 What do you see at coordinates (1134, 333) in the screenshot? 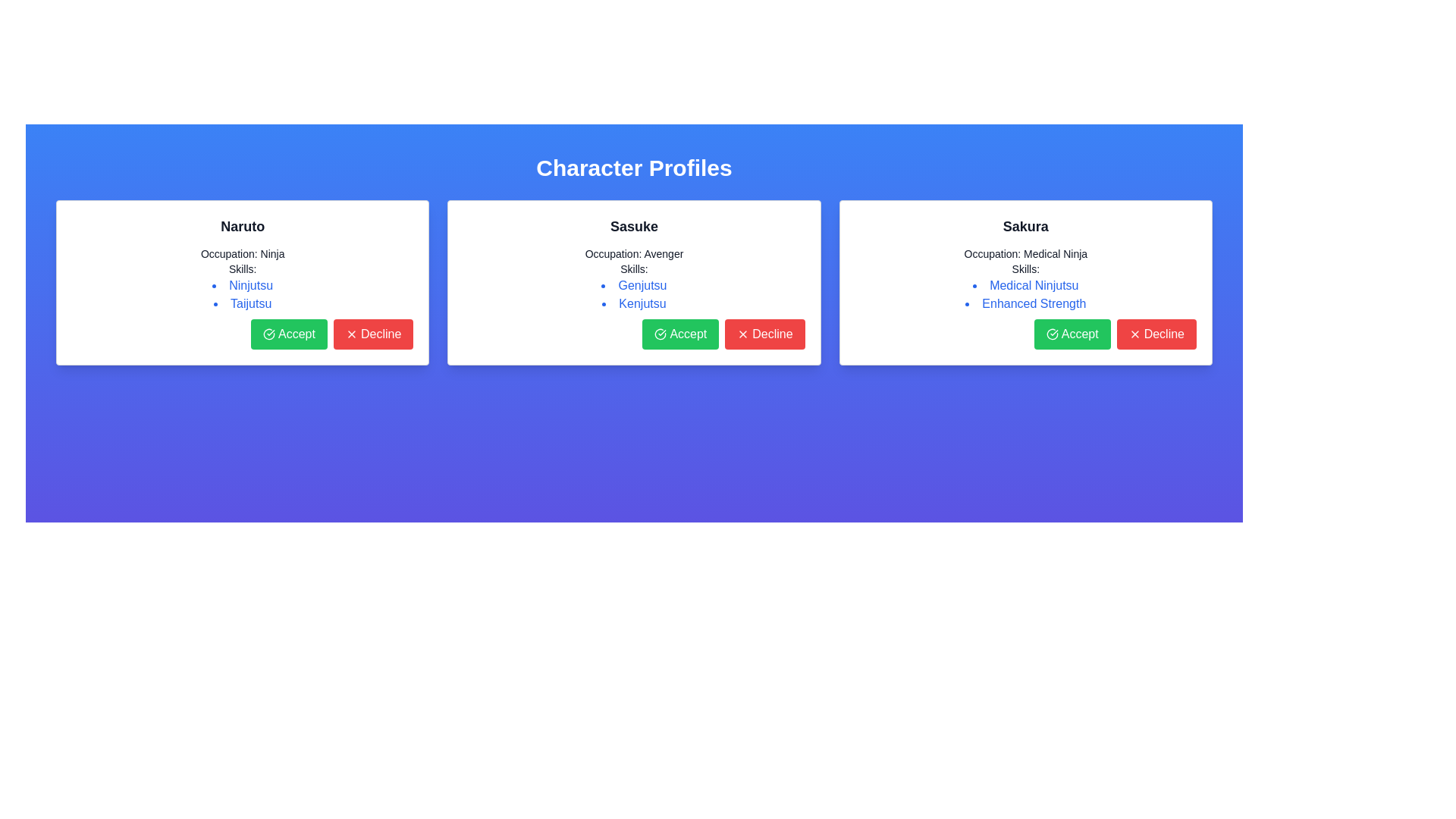
I see `the small, red 'X' icon that is styled with sharp corners and is located to the left of the 'Decline' button` at bounding box center [1134, 333].